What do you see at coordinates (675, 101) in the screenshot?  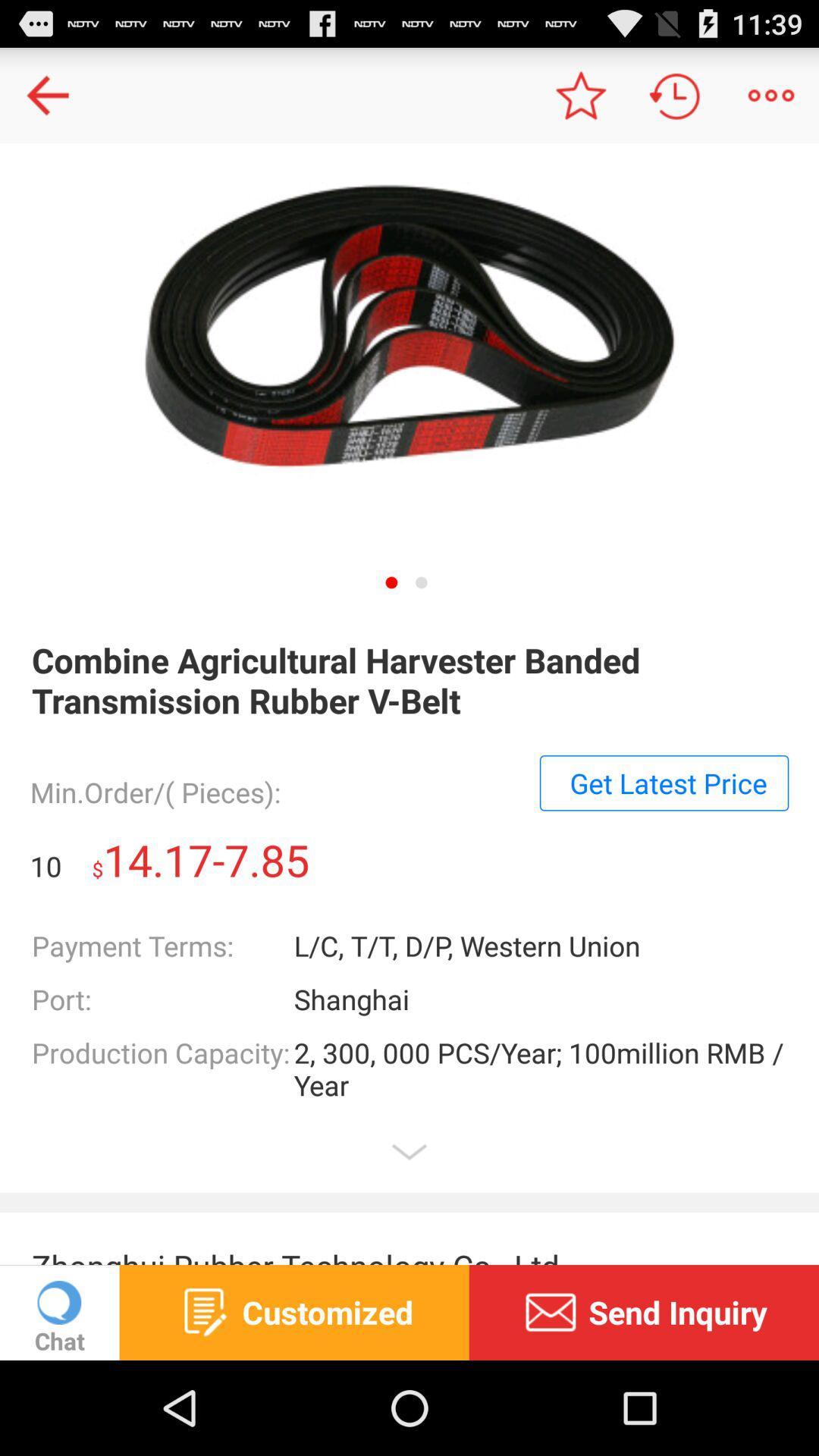 I see `the history icon` at bounding box center [675, 101].